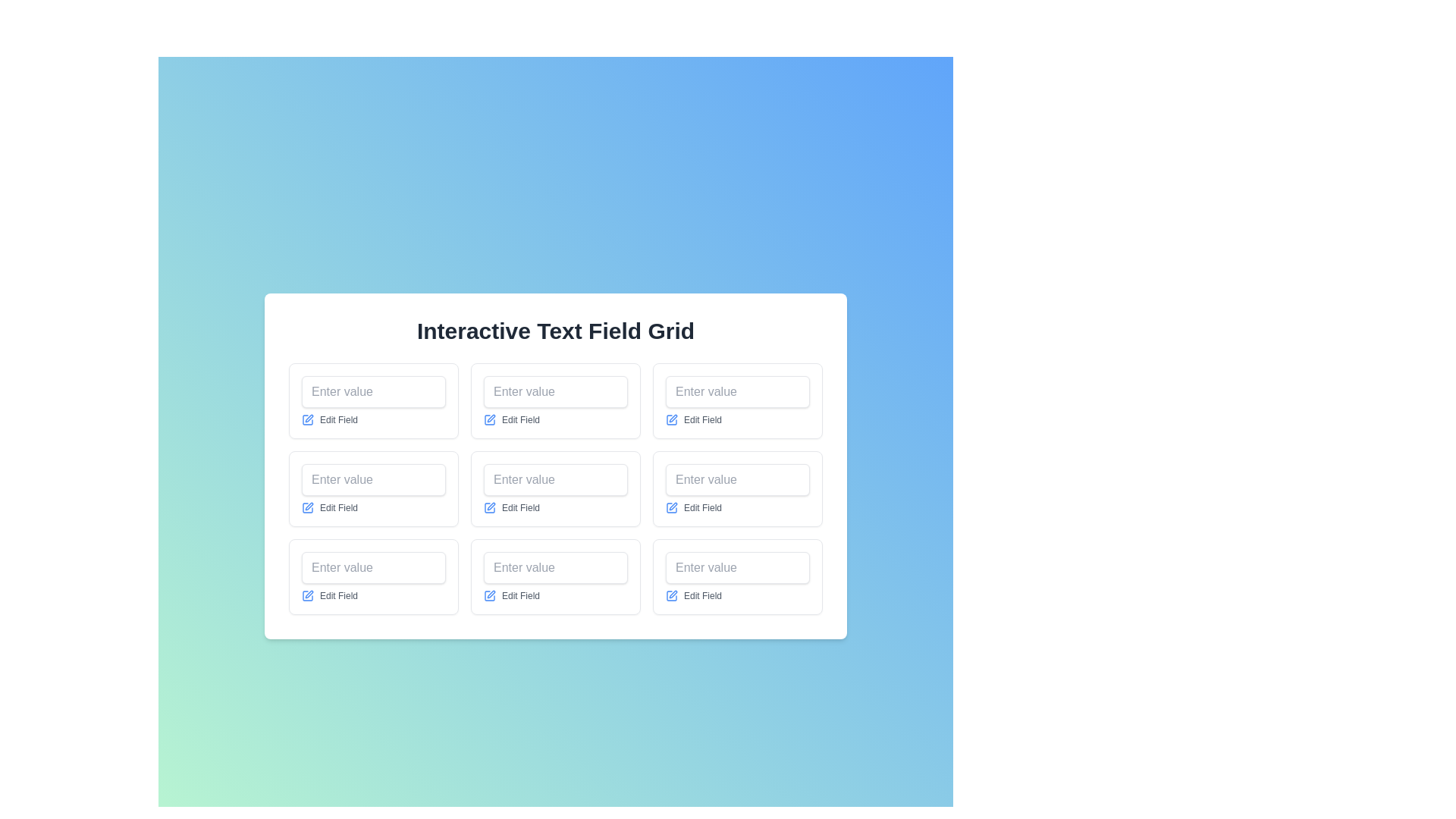 The image size is (1456, 819). What do you see at coordinates (307, 420) in the screenshot?
I see `the small blue square pen icon with a pencil symbol, located in the top-left group of the grid, to the left of 'Edit Field' and below the 'Enter value' text input box` at bounding box center [307, 420].